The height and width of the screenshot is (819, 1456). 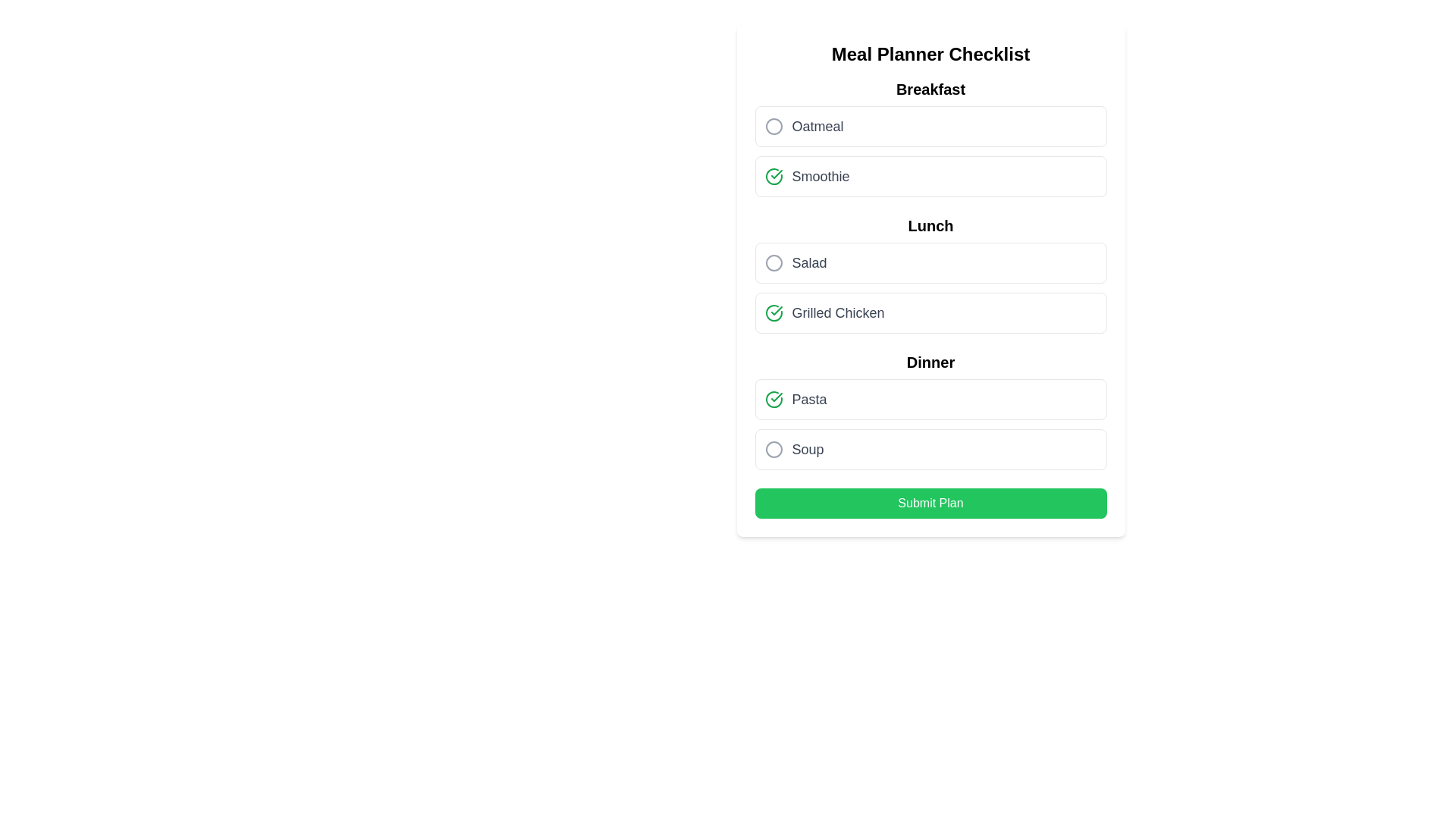 What do you see at coordinates (930, 275) in the screenshot?
I see `the meal selection checklist component located centrally within the Meal Planner Checklist to trigger a visual response` at bounding box center [930, 275].